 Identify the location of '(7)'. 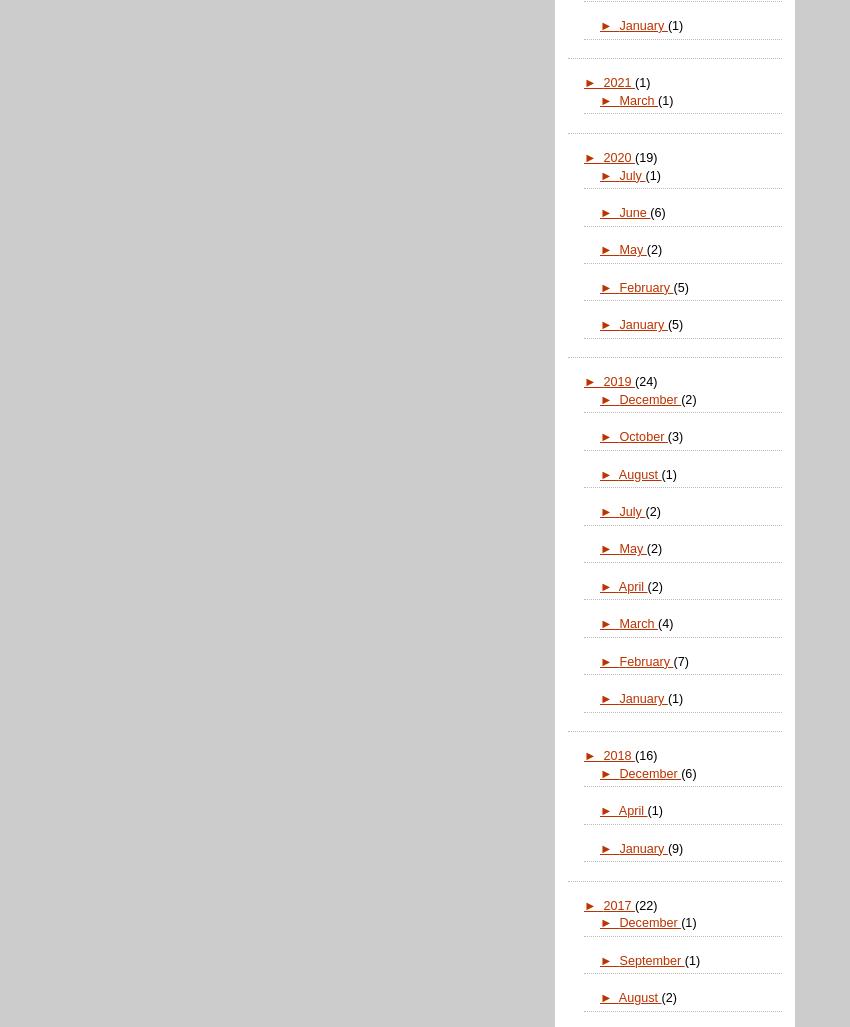
(680, 659).